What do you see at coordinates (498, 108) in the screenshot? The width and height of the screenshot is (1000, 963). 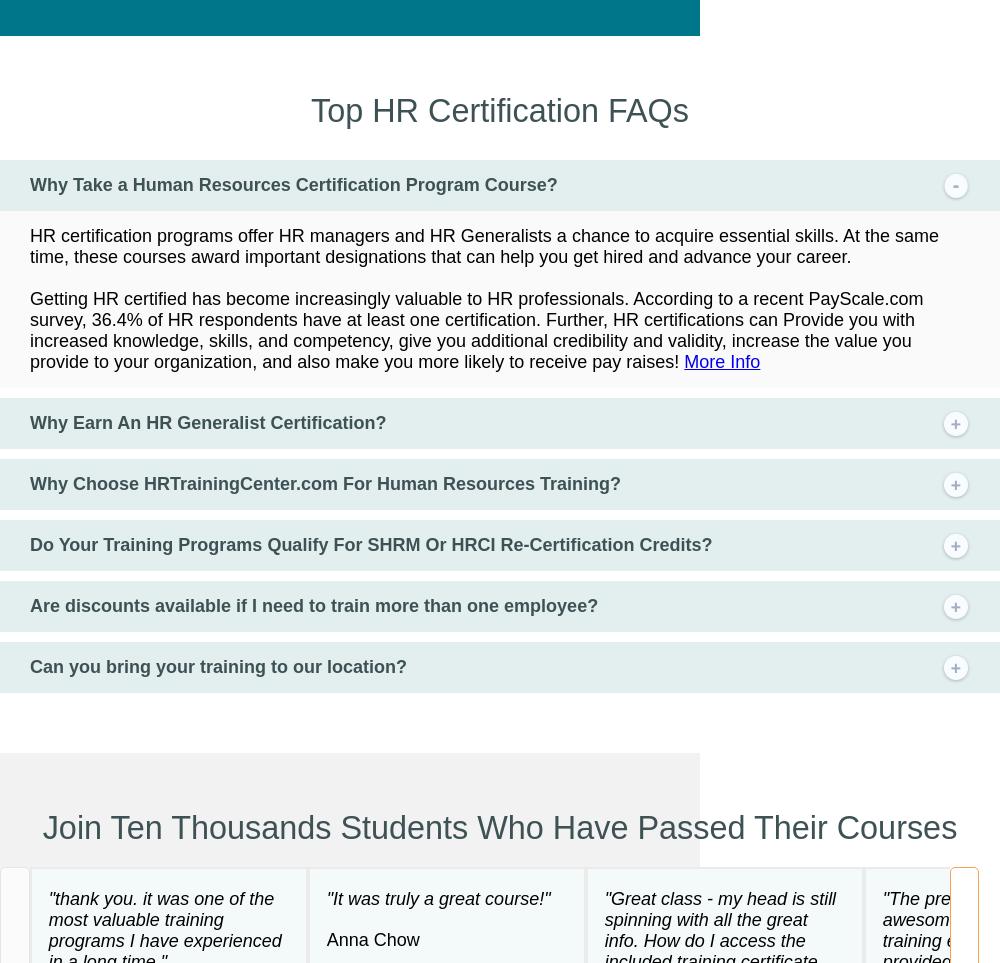 I see `'Top HR Certification FAQs'` at bounding box center [498, 108].